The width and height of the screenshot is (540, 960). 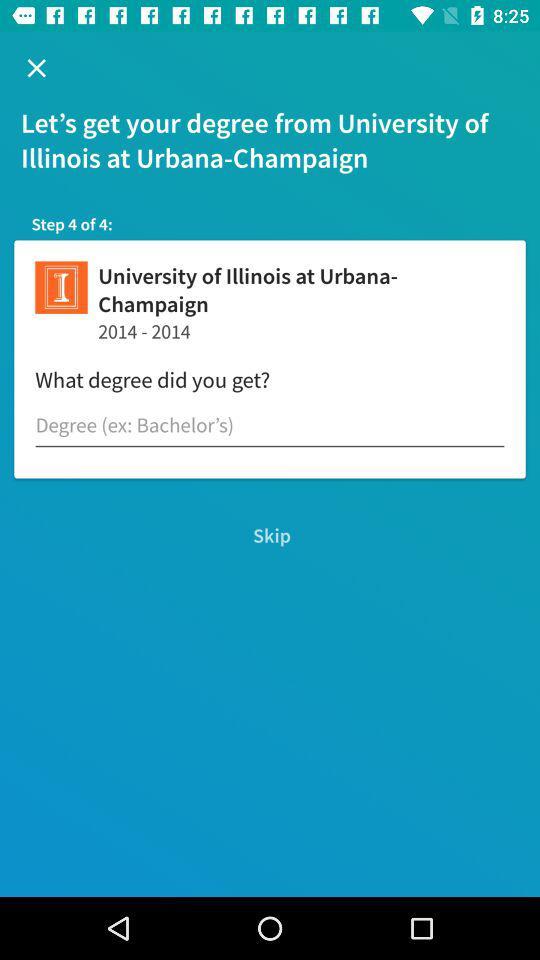 What do you see at coordinates (36, 68) in the screenshot?
I see `the item above let s get icon` at bounding box center [36, 68].